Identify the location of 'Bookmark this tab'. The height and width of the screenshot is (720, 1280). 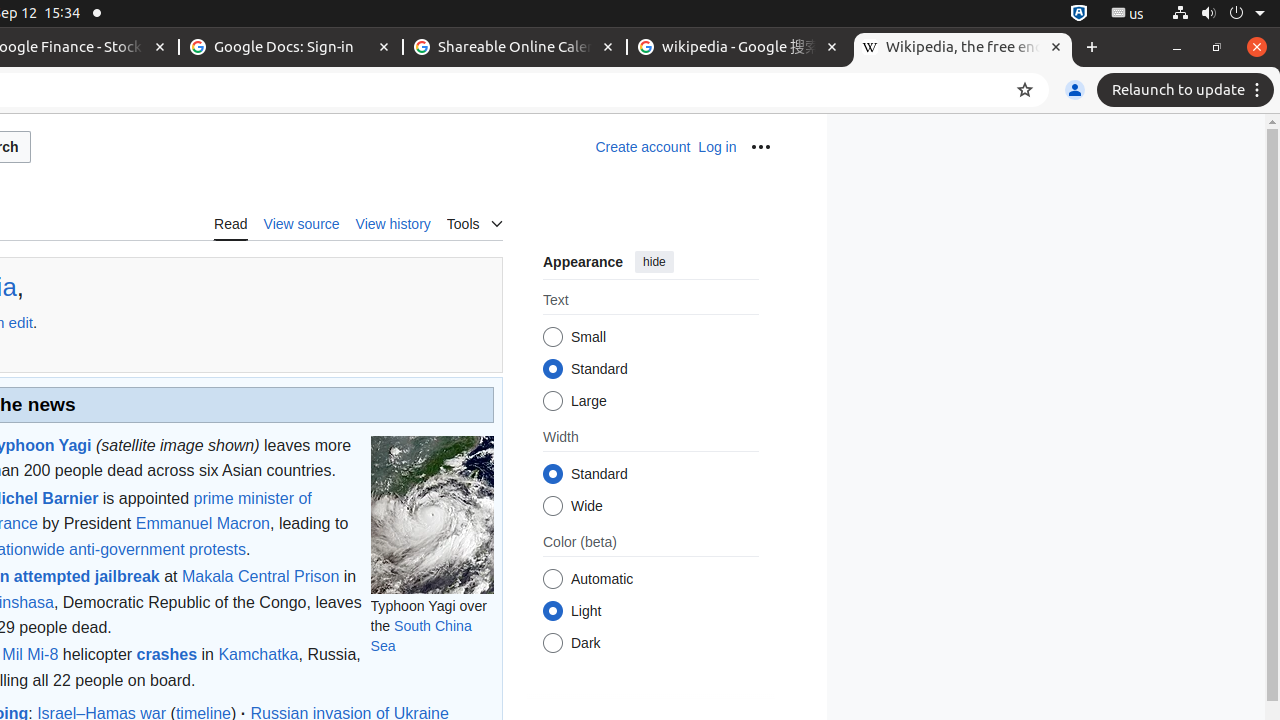
(1025, 90).